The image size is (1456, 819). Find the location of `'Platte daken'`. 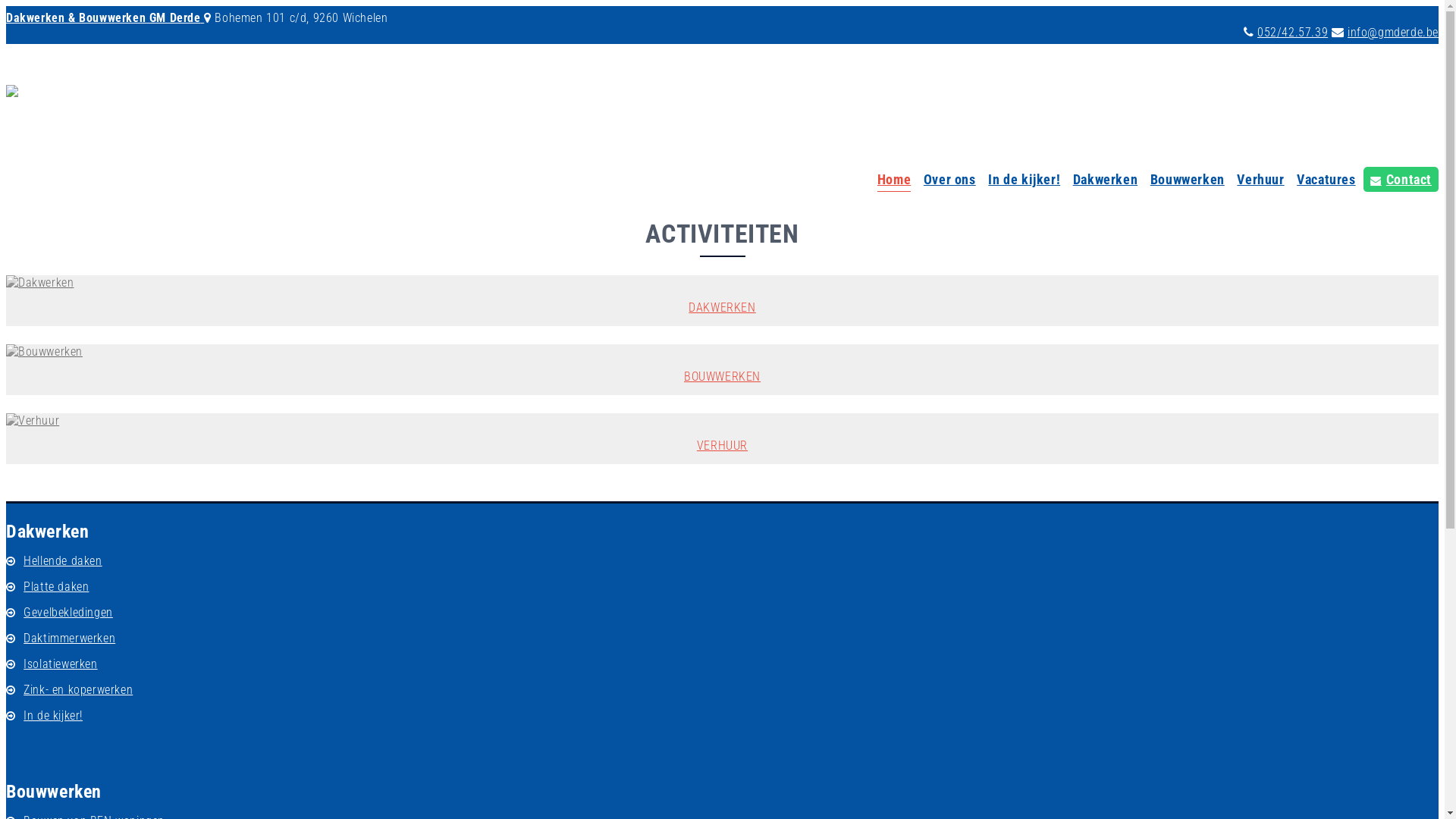

'Platte daken' is located at coordinates (18, 585).